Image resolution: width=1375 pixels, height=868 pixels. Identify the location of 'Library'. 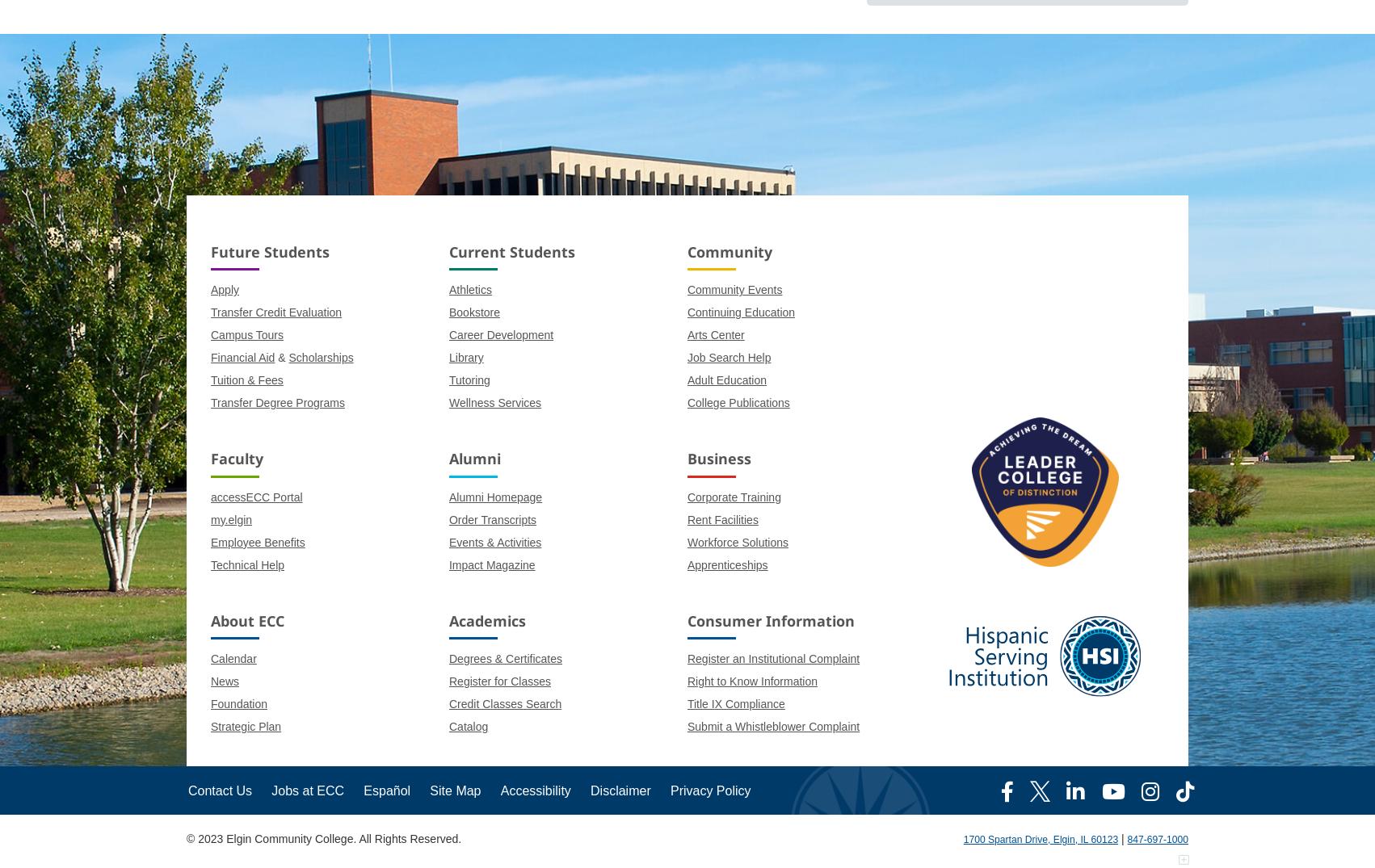
(465, 358).